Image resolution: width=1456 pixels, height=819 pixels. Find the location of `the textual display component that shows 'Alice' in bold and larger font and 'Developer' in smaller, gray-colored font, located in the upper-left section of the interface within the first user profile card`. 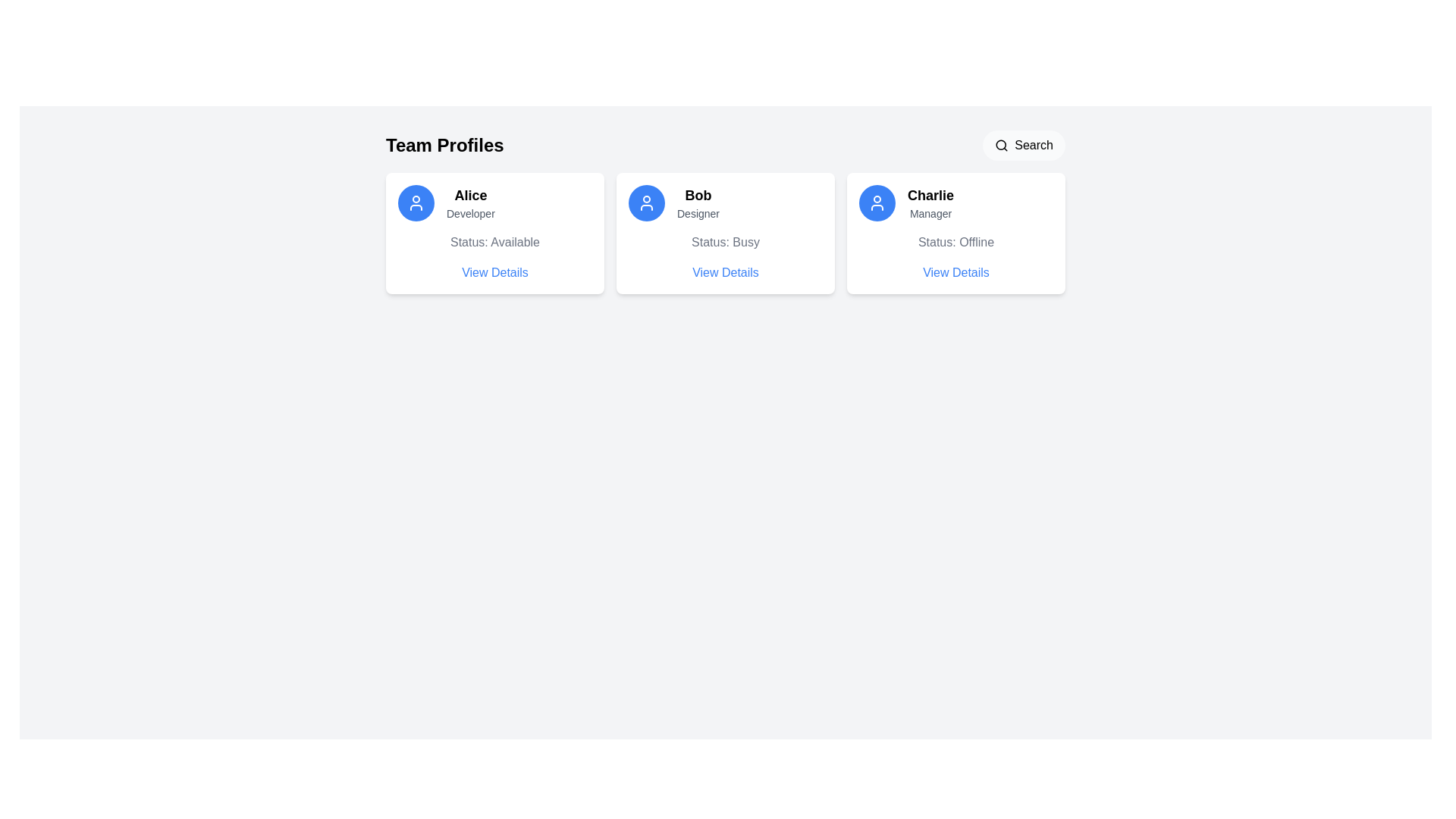

the textual display component that shows 'Alice' in bold and larger font and 'Developer' in smaller, gray-colored font, located in the upper-left section of the interface within the first user profile card is located at coordinates (469, 202).